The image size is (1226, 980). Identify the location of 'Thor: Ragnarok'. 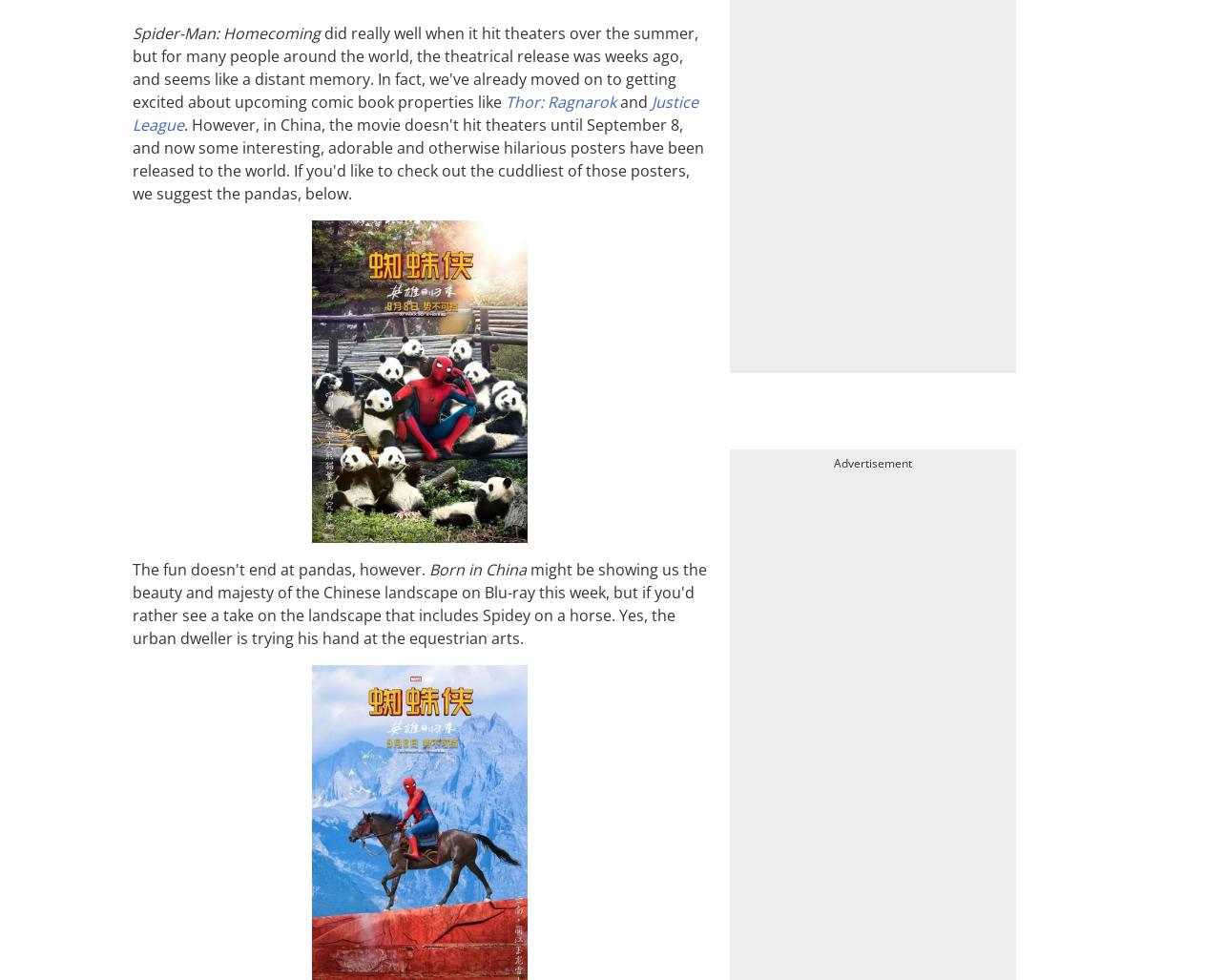
(561, 99).